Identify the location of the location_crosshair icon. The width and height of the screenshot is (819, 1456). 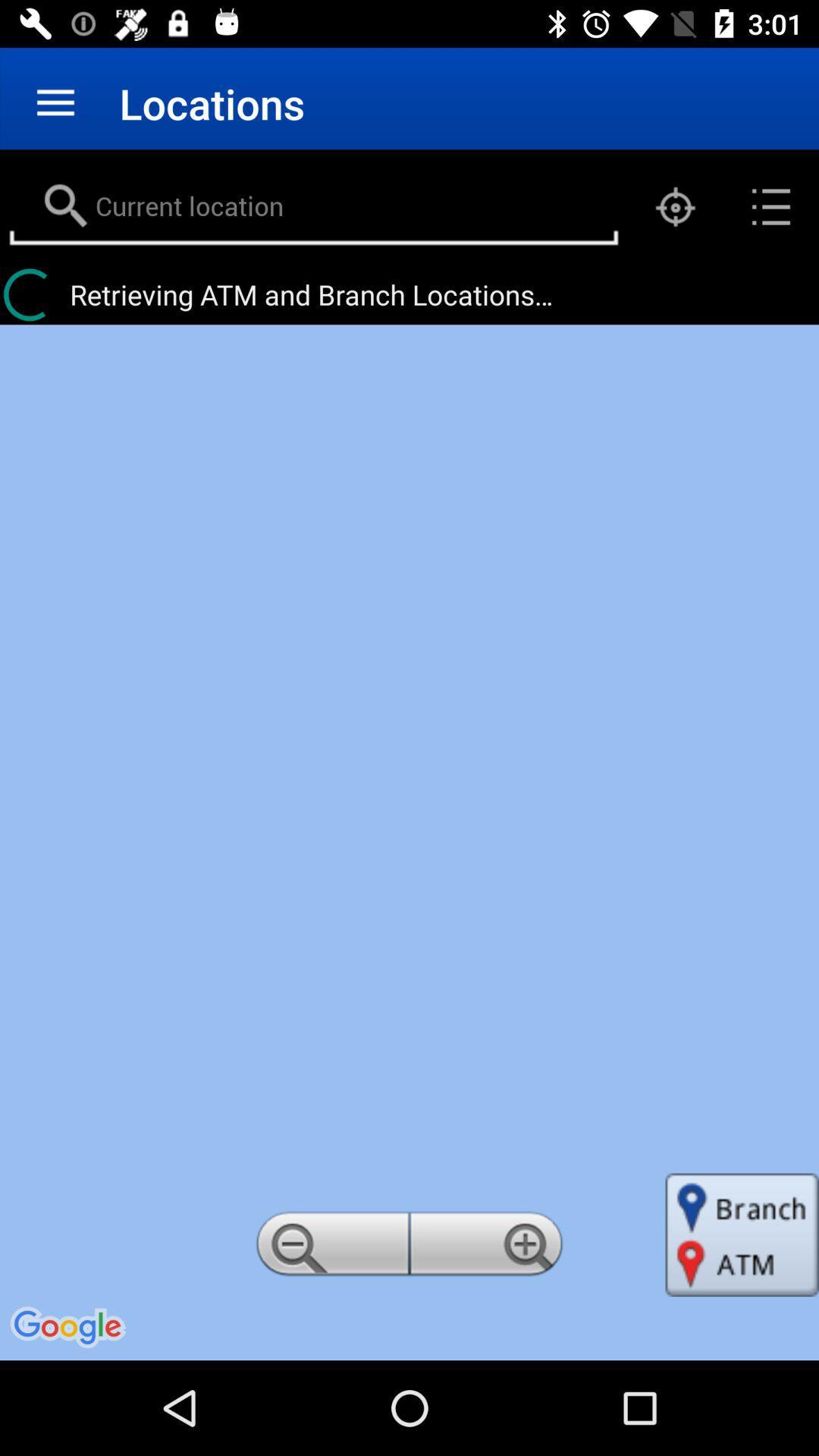
(675, 206).